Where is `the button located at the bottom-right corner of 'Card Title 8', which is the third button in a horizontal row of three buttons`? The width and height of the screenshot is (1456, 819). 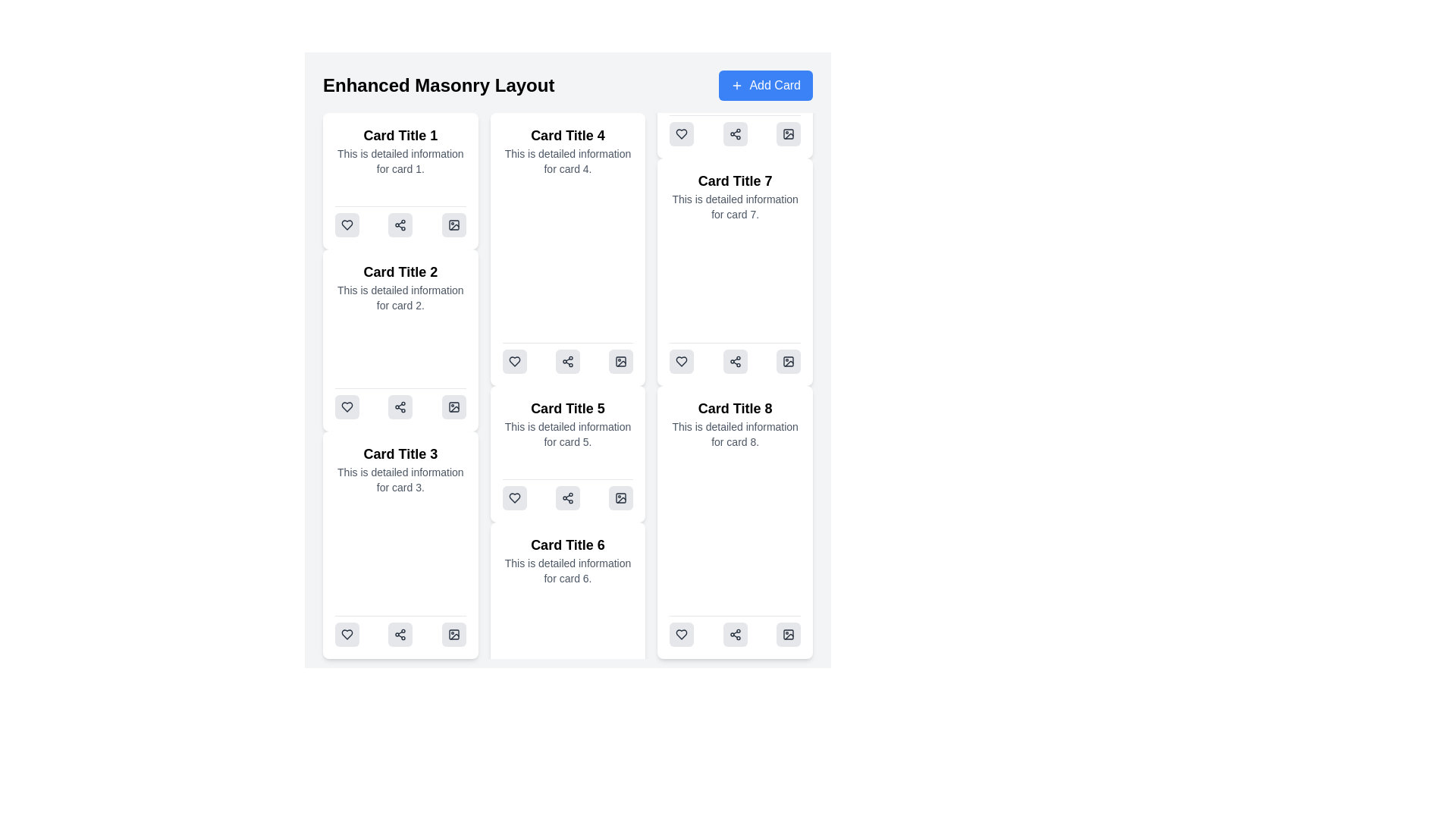 the button located at the bottom-right corner of 'Card Title 8', which is the third button in a horizontal row of three buttons is located at coordinates (789, 362).